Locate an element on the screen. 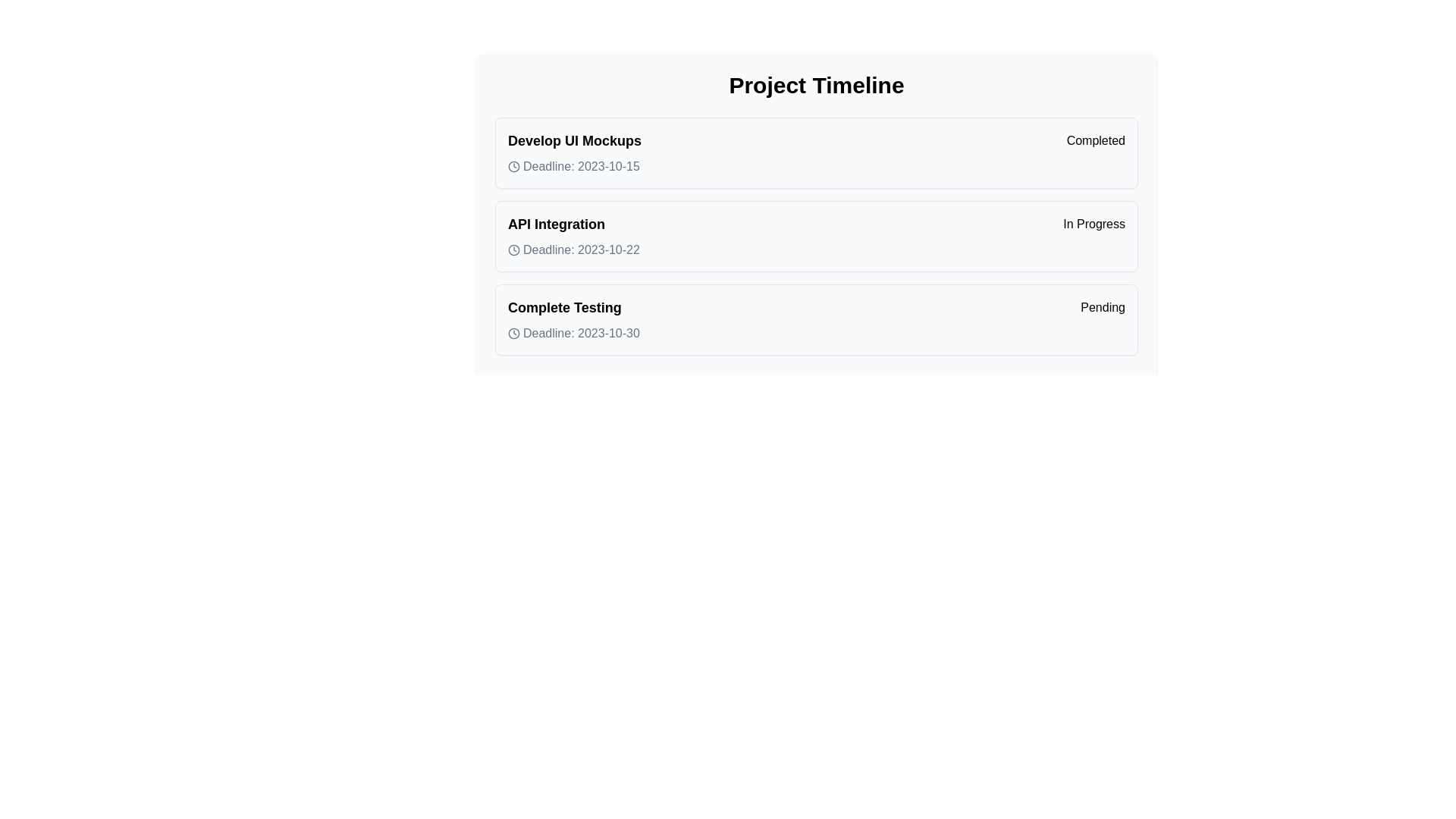 The height and width of the screenshot is (819, 1456). the text label displaying 'Develop UI Mockups', which is the title of the first item in a timeline, located at the top of a list section is located at coordinates (574, 140).